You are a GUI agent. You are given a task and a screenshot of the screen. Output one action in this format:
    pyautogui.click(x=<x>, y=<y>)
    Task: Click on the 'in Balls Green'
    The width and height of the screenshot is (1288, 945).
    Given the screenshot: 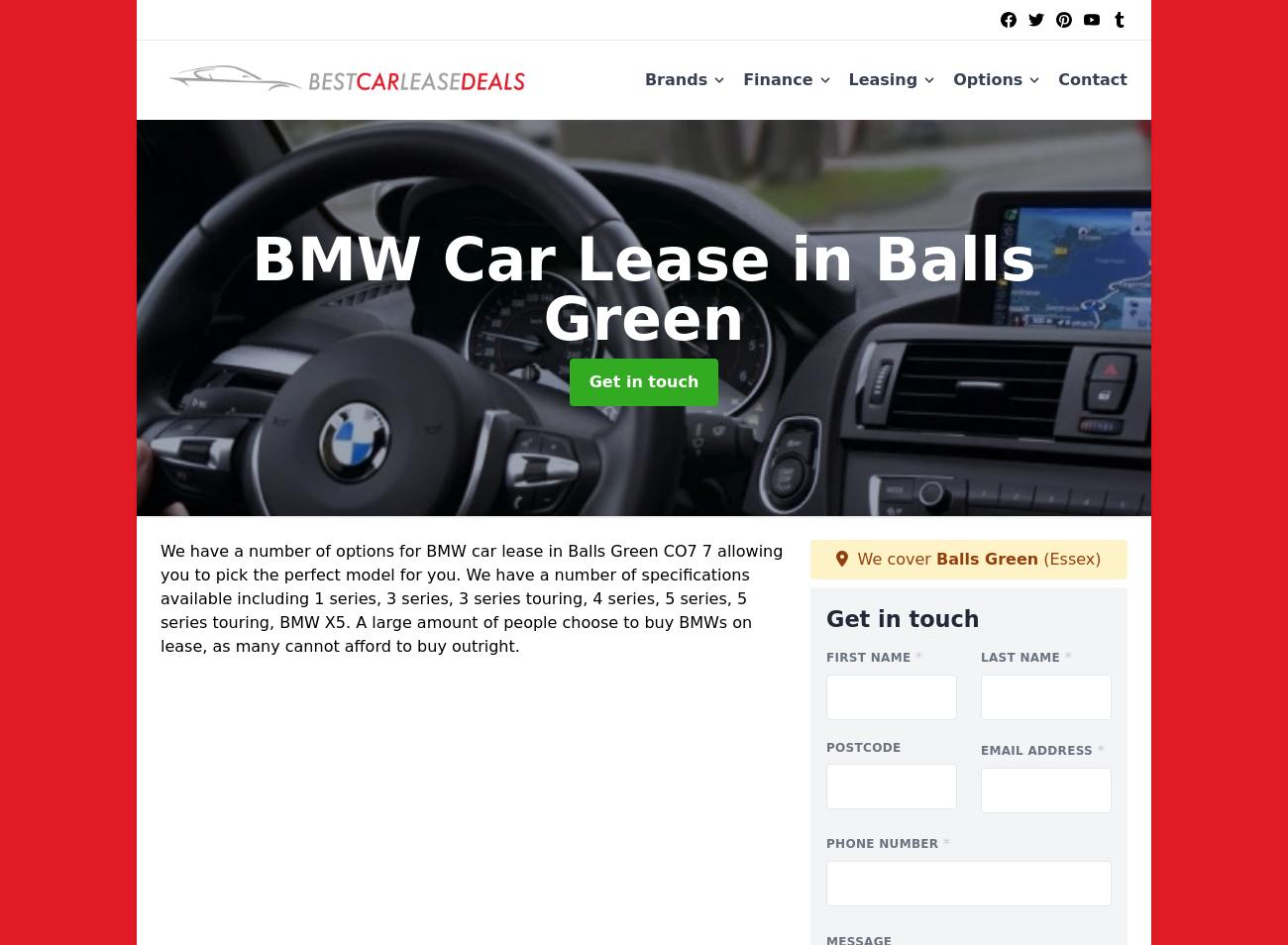 What is the action you would take?
    pyautogui.click(x=788, y=287)
    